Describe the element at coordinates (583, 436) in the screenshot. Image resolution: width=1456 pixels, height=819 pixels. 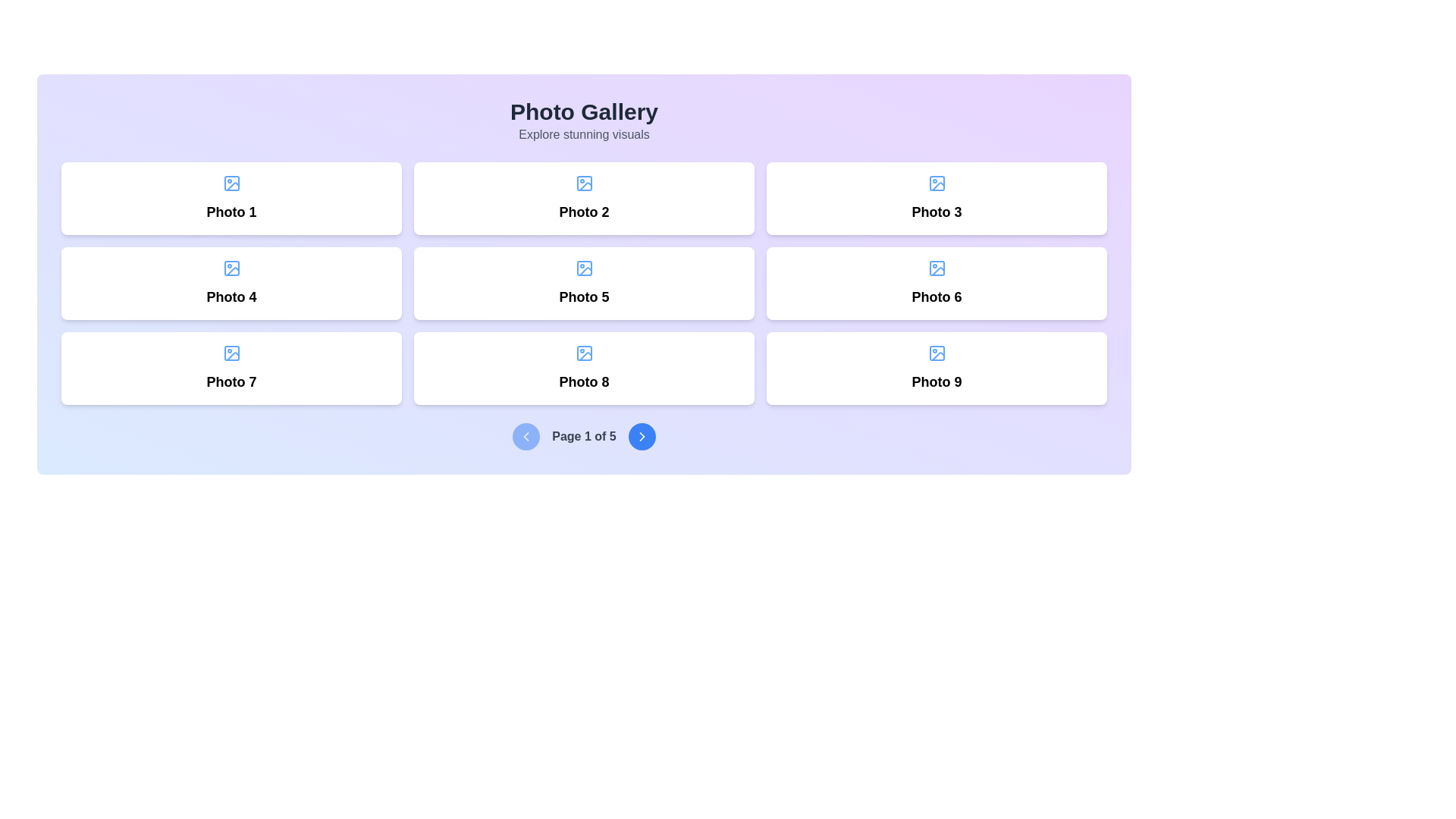
I see `the text label that represents the current page in the pagination system, located at the bottom of the interface between the left and right navigation buttons` at that location.